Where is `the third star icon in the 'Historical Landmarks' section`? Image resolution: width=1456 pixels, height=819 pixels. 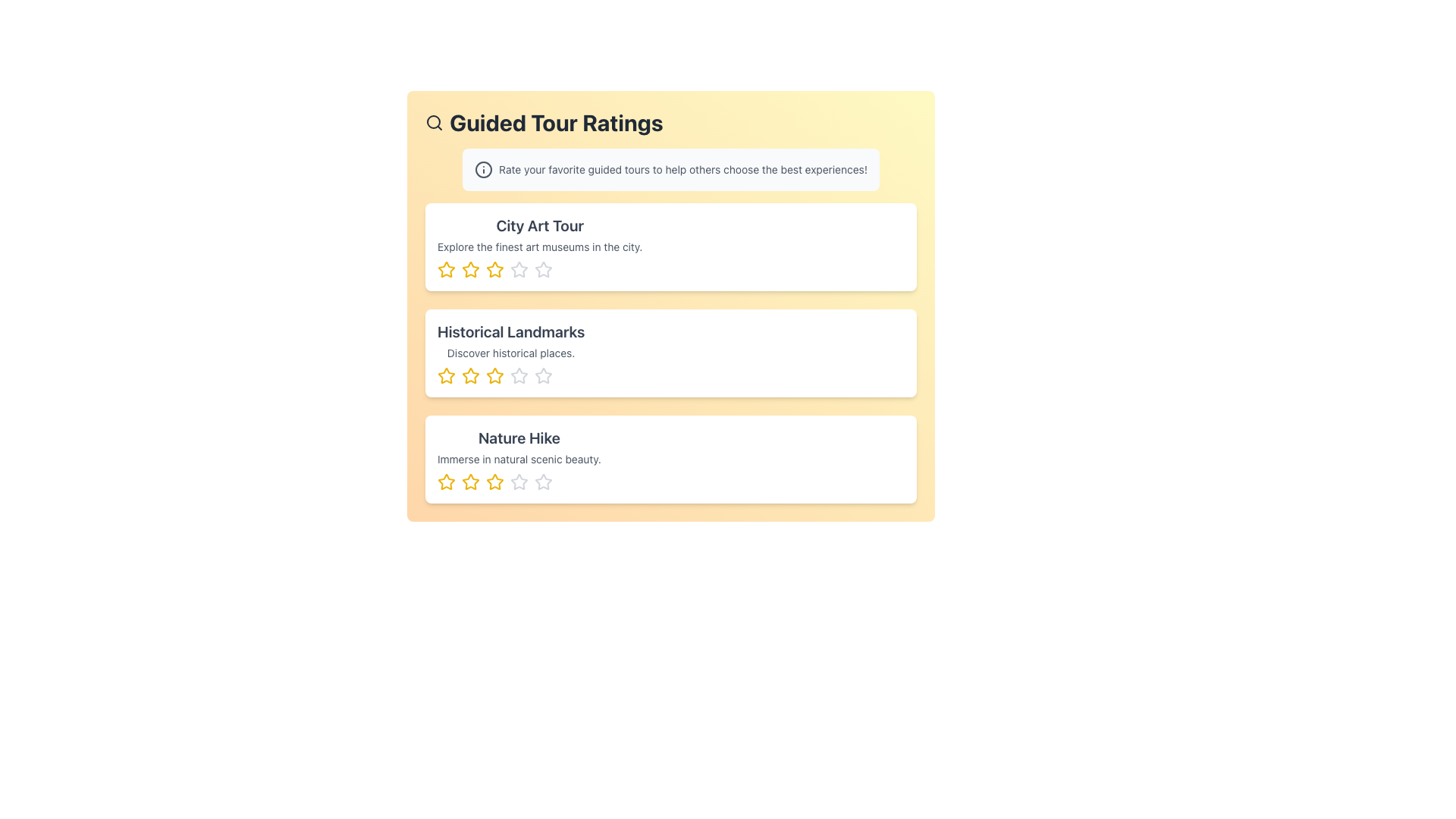 the third star icon in the 'Historical Landmarks' section is located at coordinates (543, 375).